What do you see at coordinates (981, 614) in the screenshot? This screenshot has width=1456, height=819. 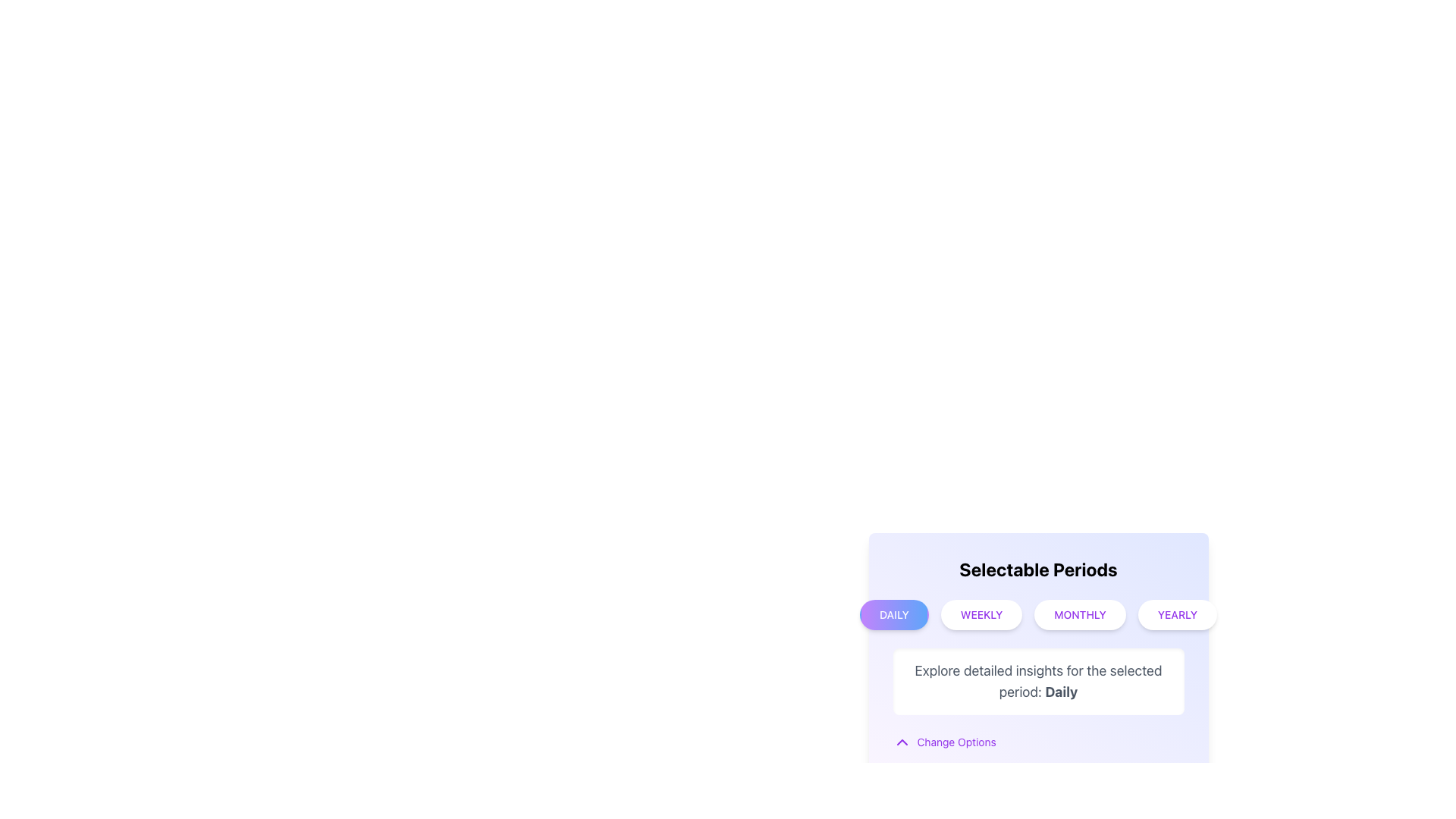 I see `the 'Weekly' button, which is the second button in a series of four buttons labeled 'Daily', 'Weekly', 'Monthly', and 'Yearly'` at bounding box center [981, 614].